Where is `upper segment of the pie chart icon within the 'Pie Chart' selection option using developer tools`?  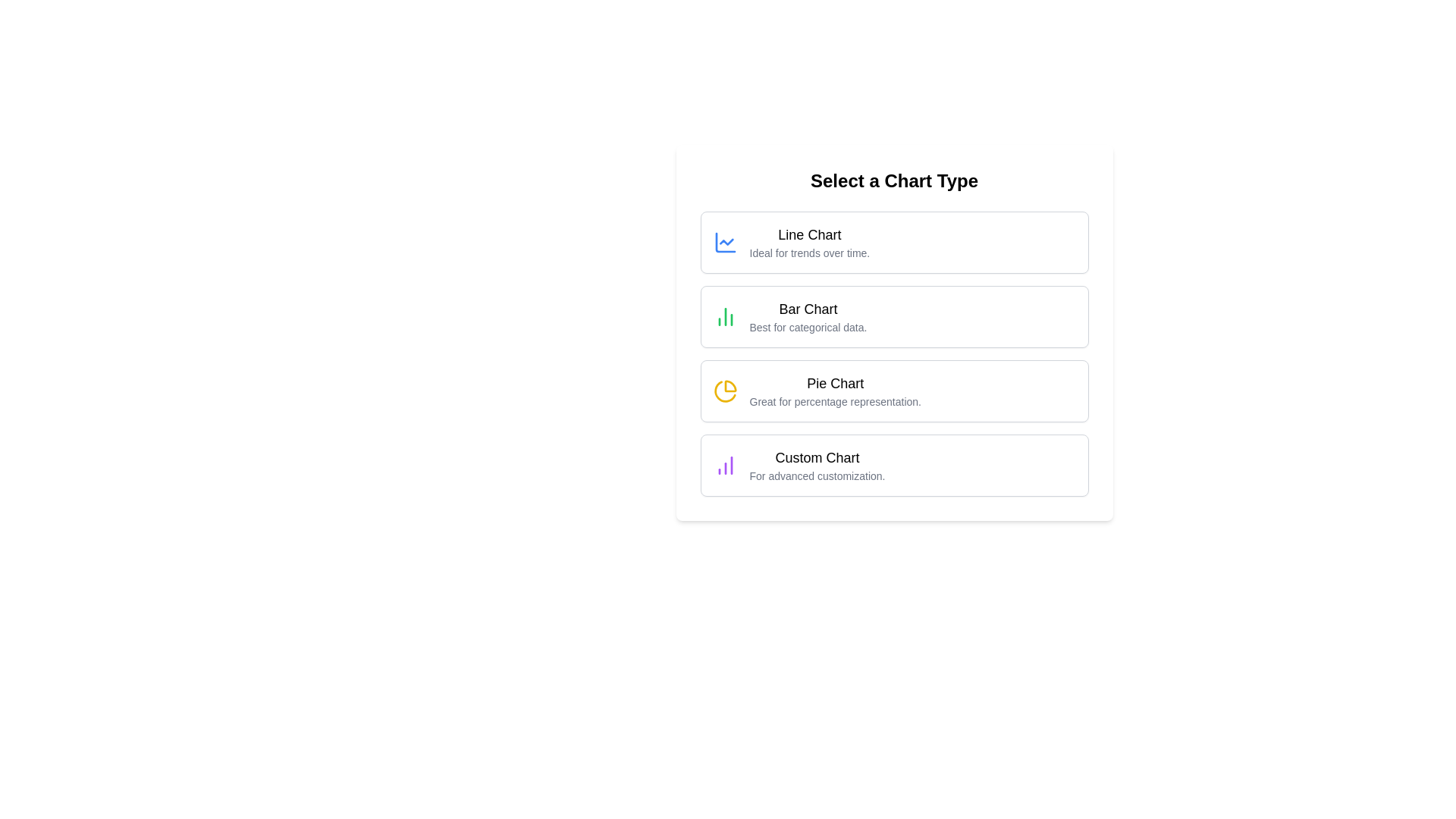 upper segment of the pie chart icon within the 'Pie Chart' selection option using developer tools is located at coordinates (730, 385).